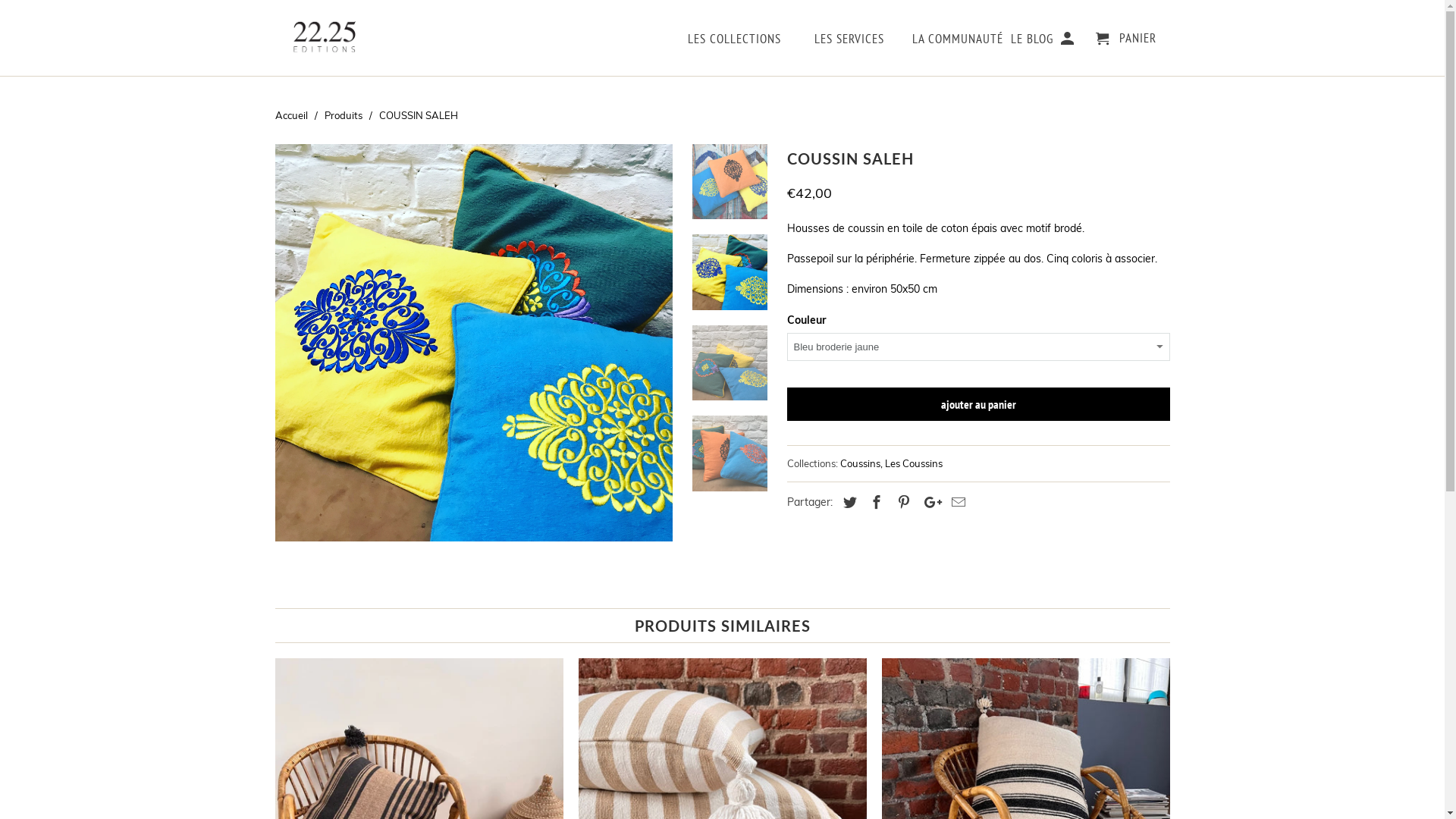  What do you see at coordinates (902, 502) in the screenshot?
I see `'Partagez ceci sur Pinterest'` at bounding box center [902, 502].